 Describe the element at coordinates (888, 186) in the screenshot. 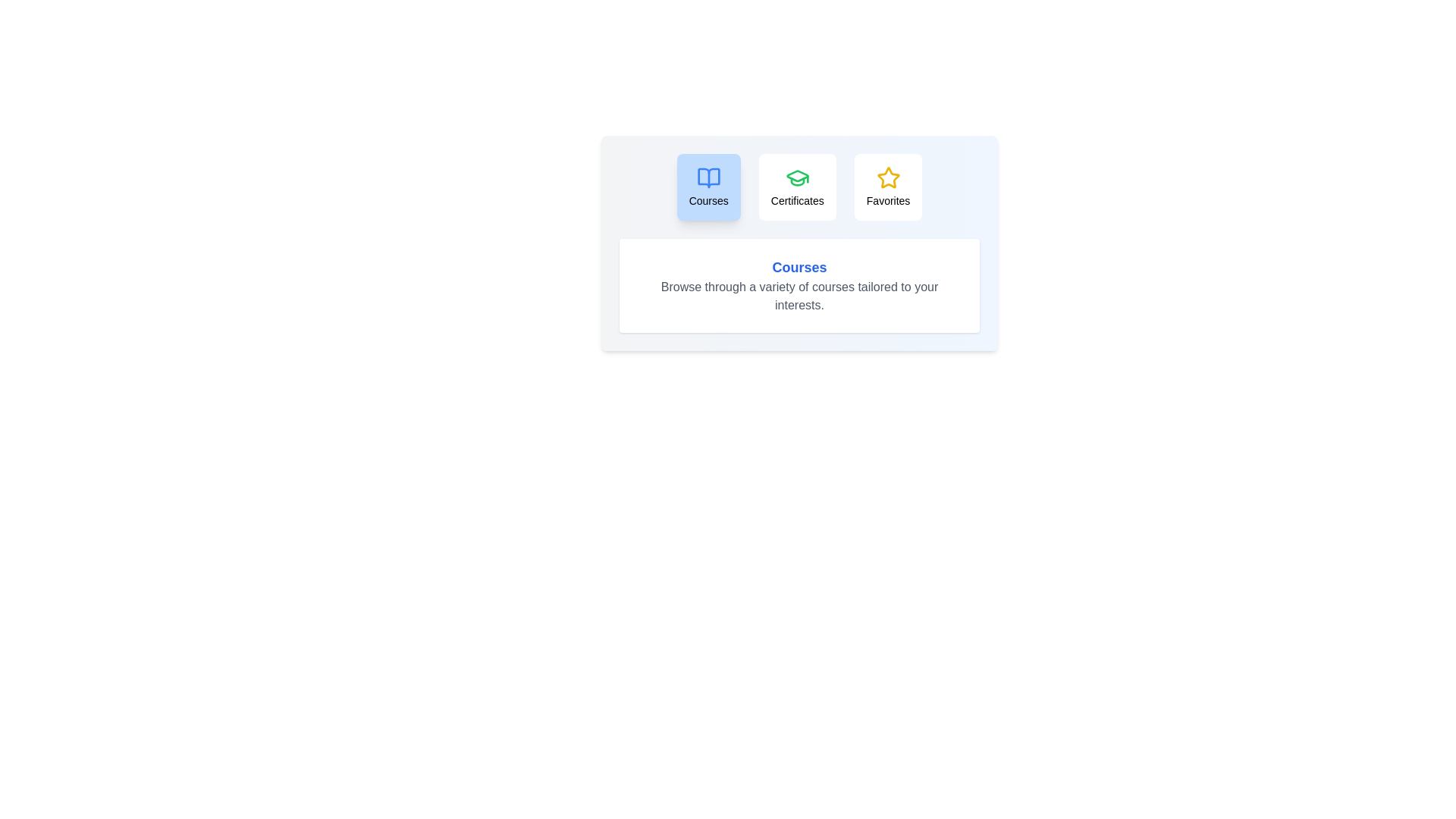

I see `the tab labeled Favorites to view its content` at that location.